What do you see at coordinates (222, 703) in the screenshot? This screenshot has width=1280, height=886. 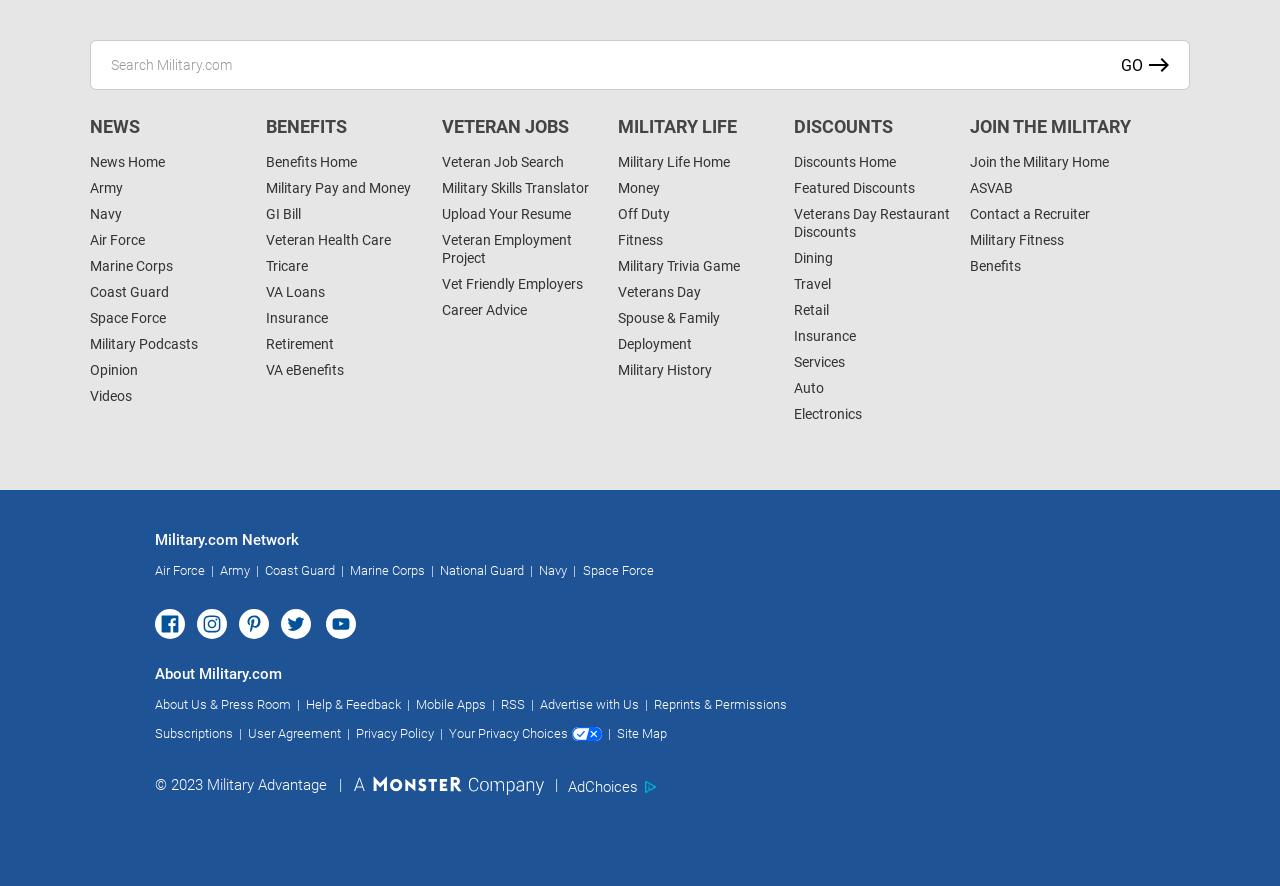 I see `'About Us & Press Room'` at bounding box center [222, 703].